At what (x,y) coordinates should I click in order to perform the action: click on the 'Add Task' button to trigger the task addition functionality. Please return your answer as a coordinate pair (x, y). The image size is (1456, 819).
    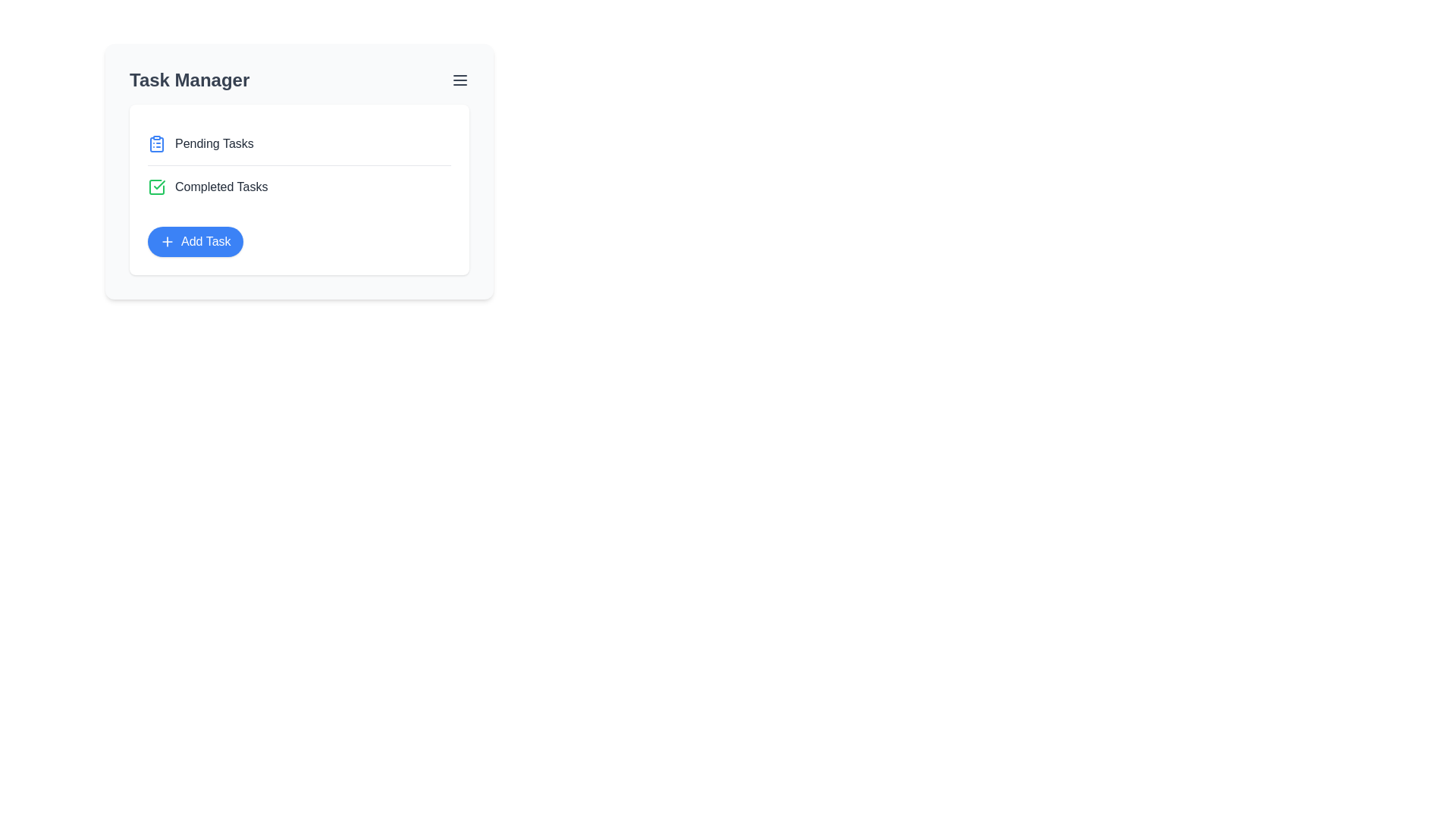
    Looking at the image, I should click on (194, 241).